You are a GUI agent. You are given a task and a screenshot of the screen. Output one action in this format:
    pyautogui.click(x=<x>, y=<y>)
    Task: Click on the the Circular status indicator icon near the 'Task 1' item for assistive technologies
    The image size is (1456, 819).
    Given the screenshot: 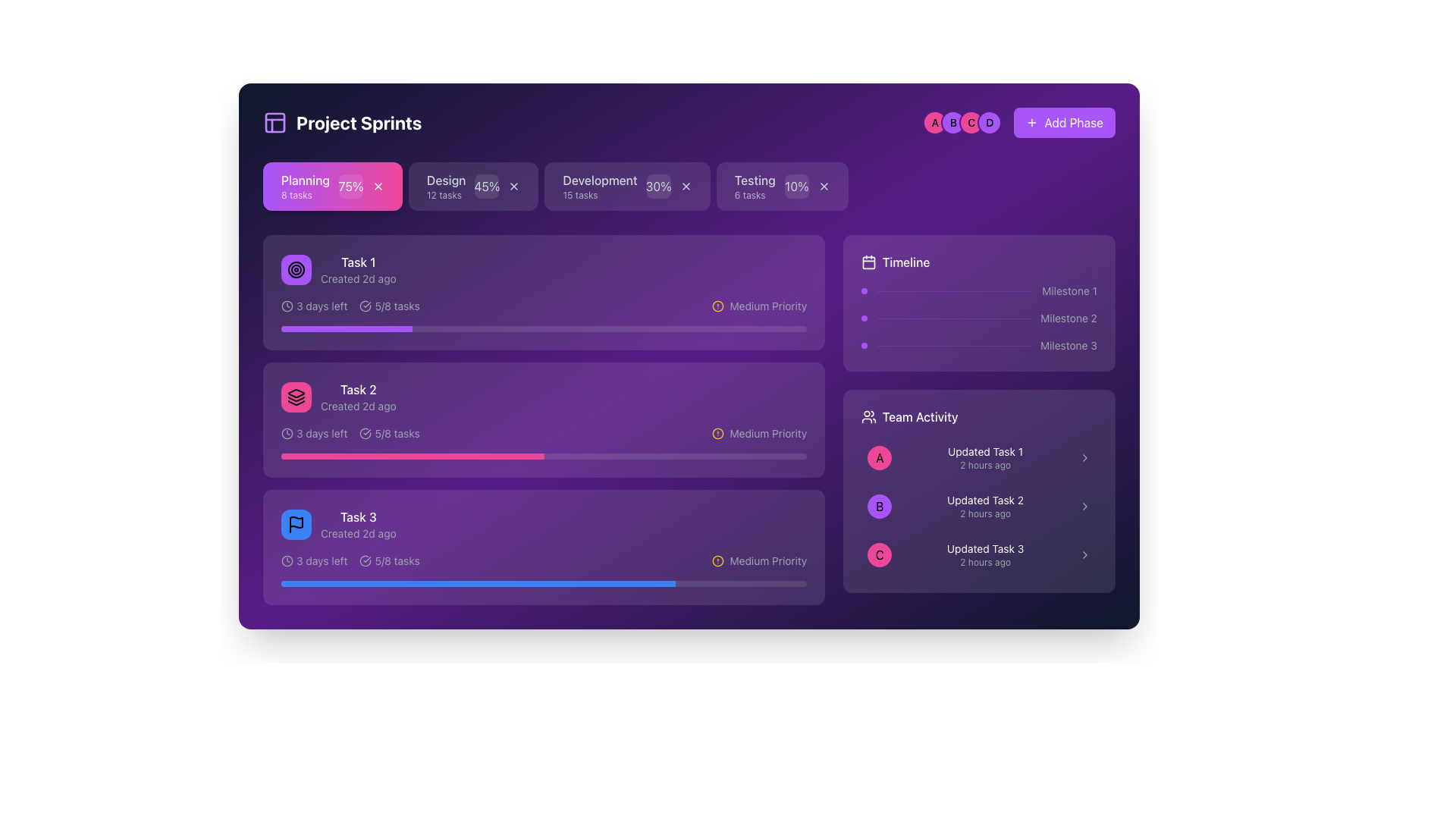 What is the action you would take?
    pyautogui.click(x=366, y=306)
    